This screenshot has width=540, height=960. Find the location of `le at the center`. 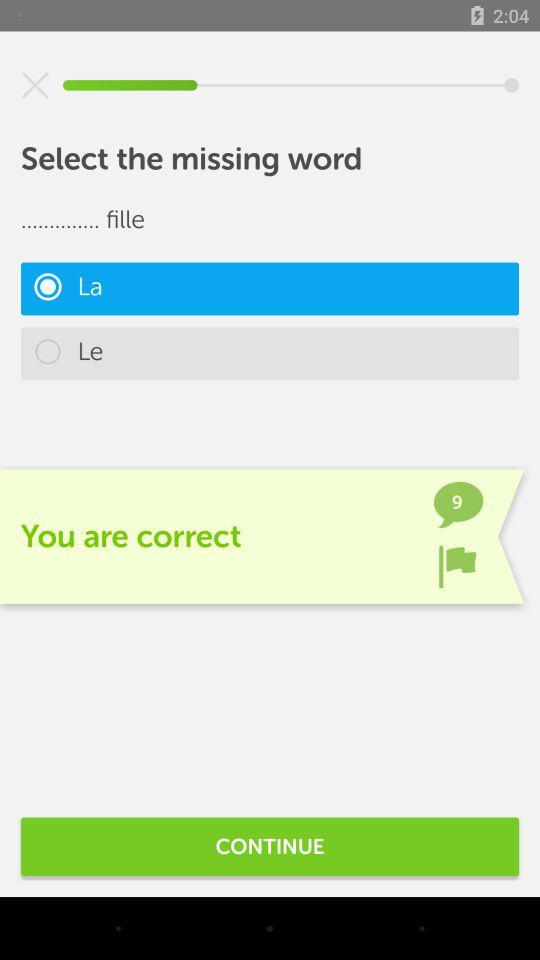

le at the center is located at coordinates (270, 353).